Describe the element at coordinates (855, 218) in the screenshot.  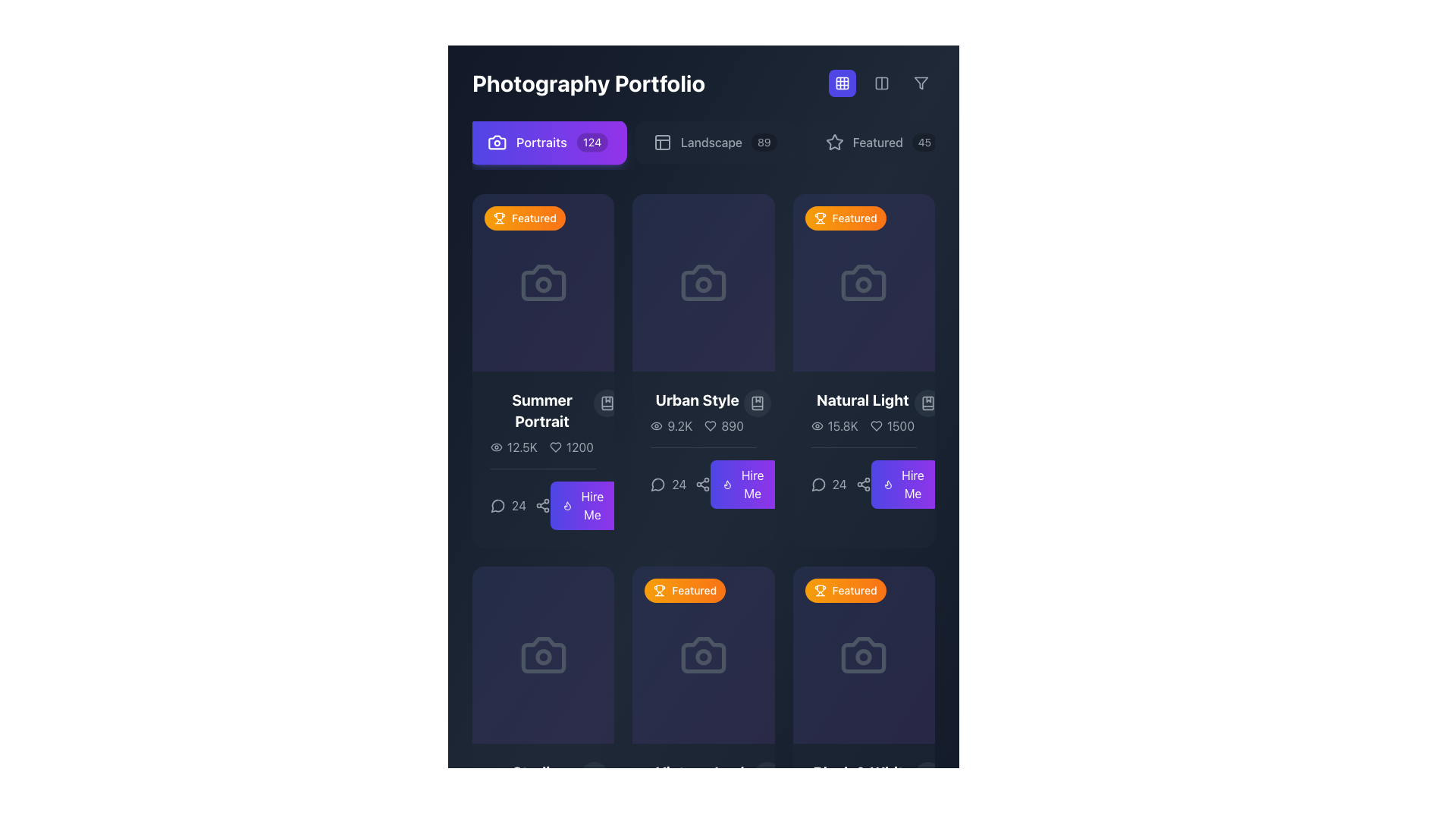
I see `the 'Featured' text label, which is styled in small white font against a gradient amber to orange background, located within a badge in the top-left corner of a card layout` at that location.